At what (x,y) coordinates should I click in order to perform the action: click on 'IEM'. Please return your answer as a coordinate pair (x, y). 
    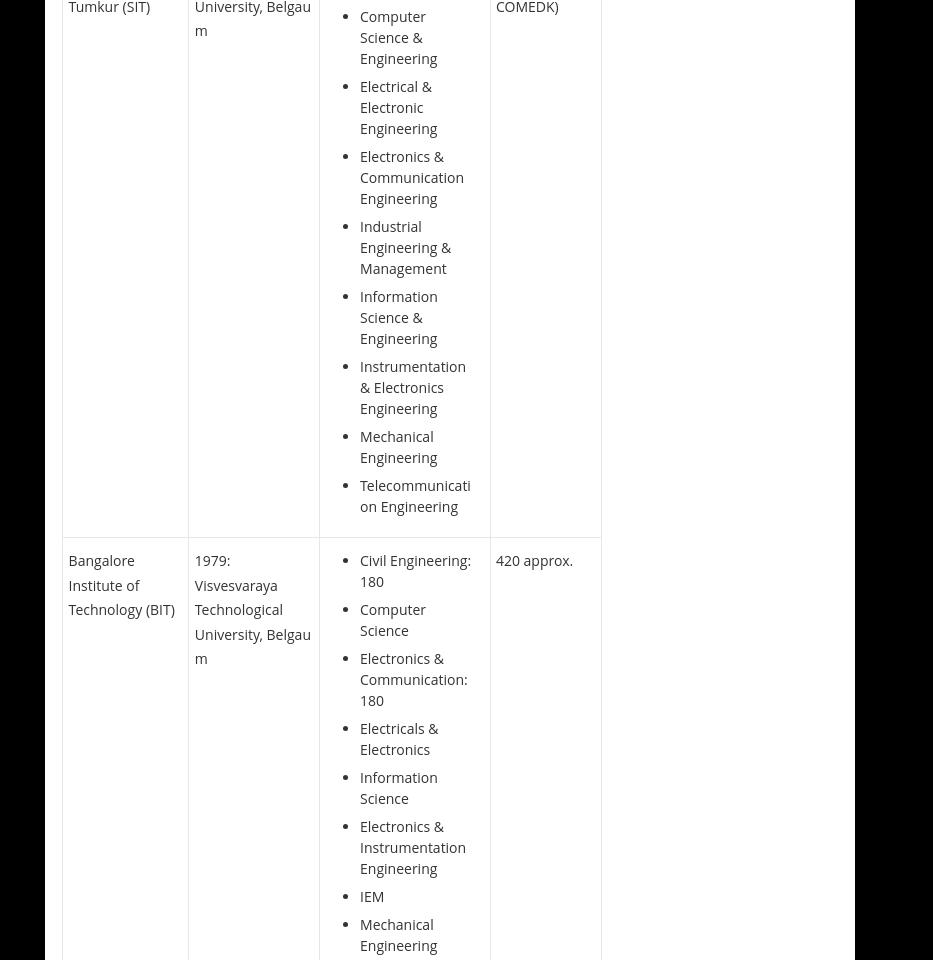
    Looking at the image, I should click on (359, 895).